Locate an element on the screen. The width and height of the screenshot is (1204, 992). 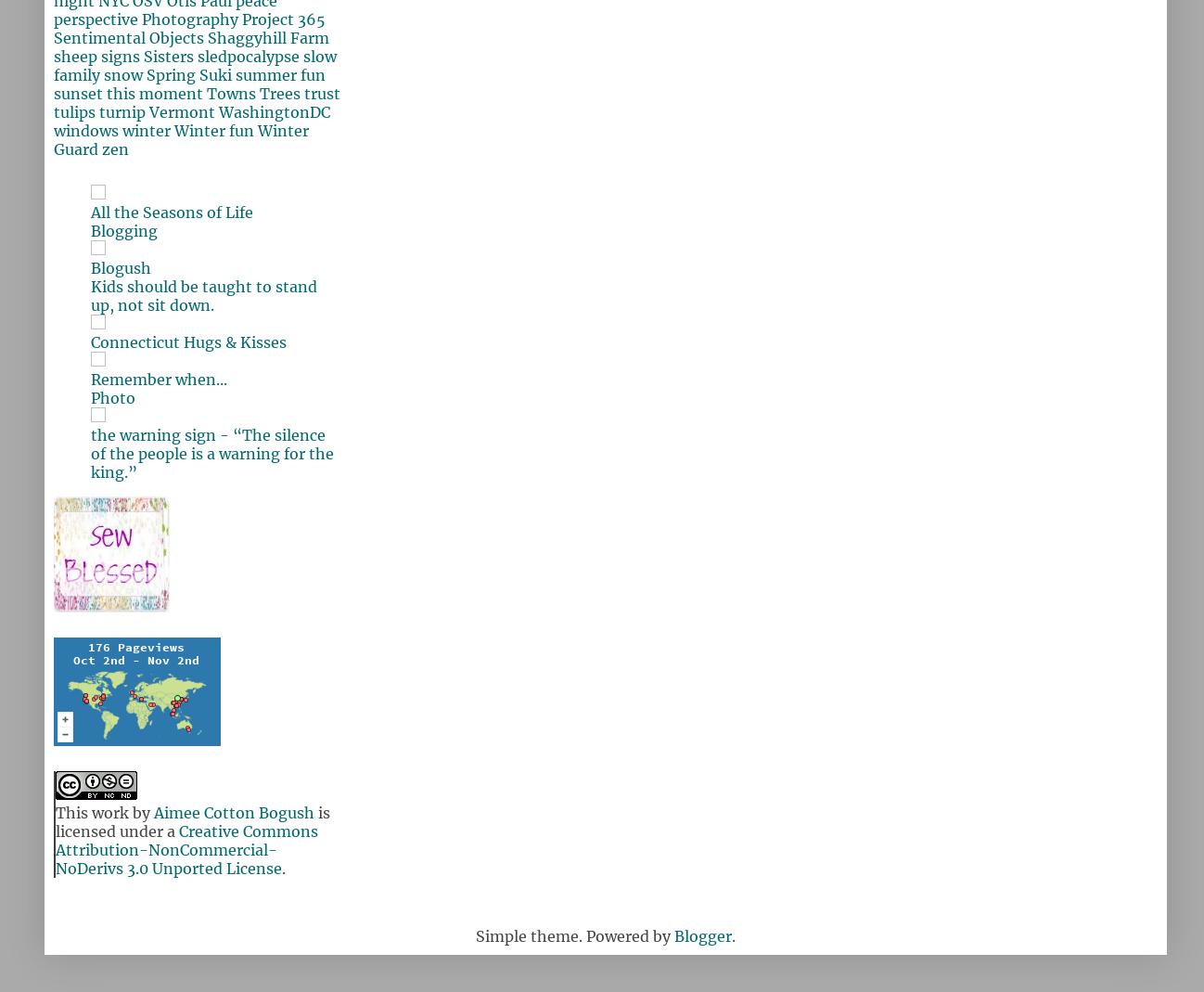
'Where y'all are from' is located at coordinates (53, 755).